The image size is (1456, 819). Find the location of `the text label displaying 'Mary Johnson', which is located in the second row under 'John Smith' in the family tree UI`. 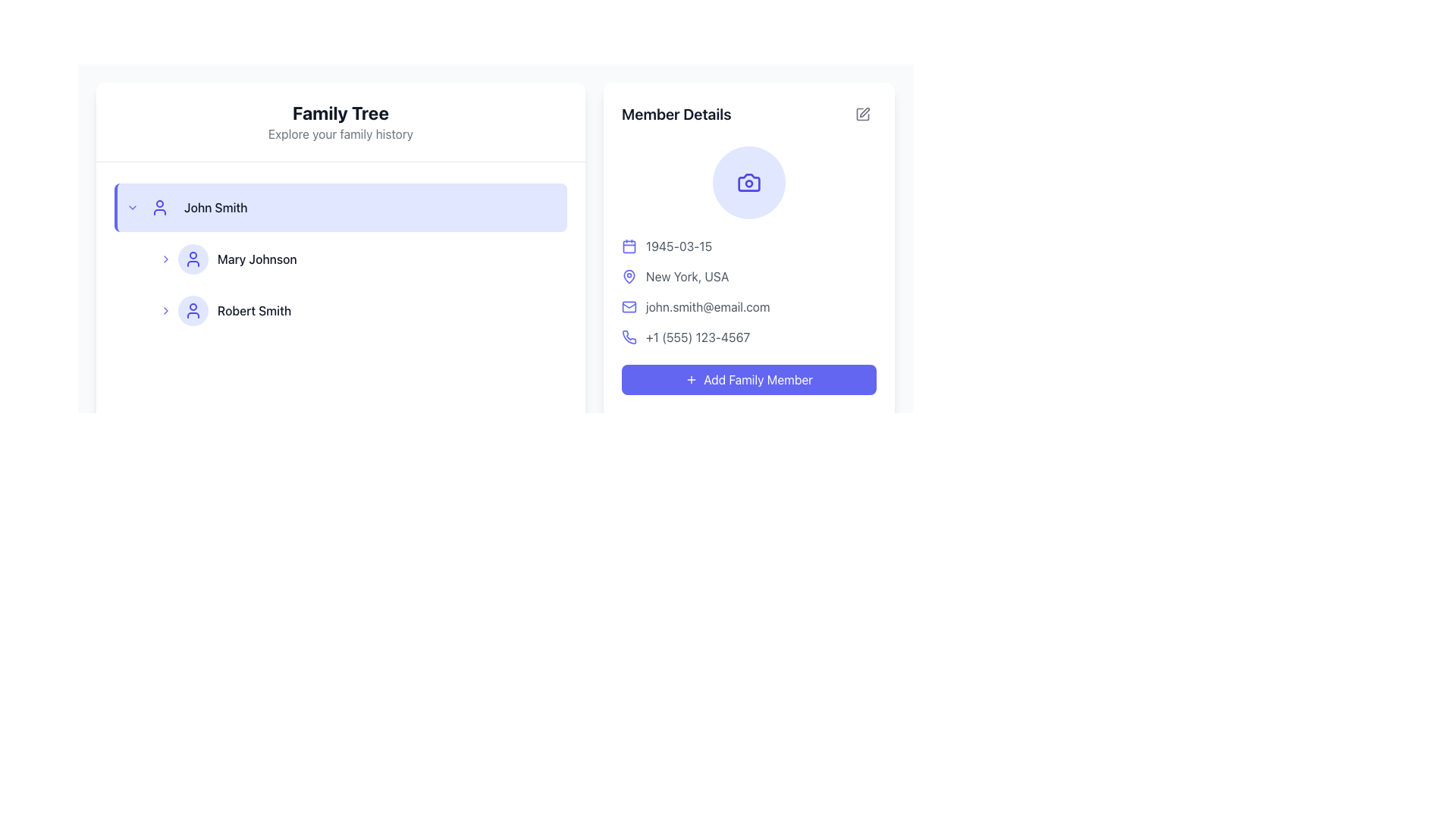

the text label displaying 'Mary Johnson', which is located in the second row under 'John Smith' in the family tree UI is located at coordinates (257, 259).